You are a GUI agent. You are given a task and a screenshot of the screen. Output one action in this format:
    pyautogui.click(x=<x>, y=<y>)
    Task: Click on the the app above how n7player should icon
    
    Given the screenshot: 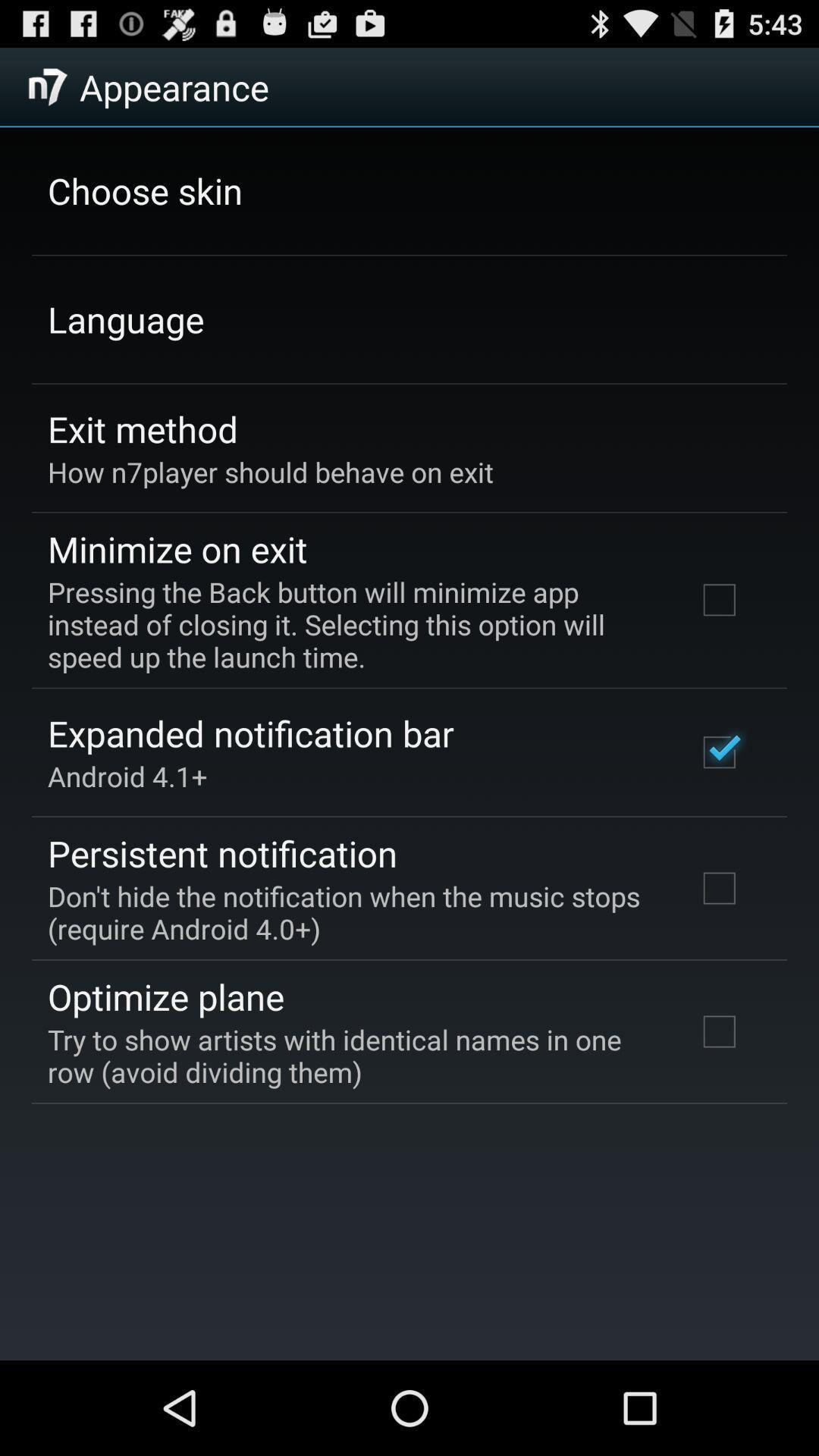 What is the action you would take?
    pyautogui.click(x=143, y=428)
    